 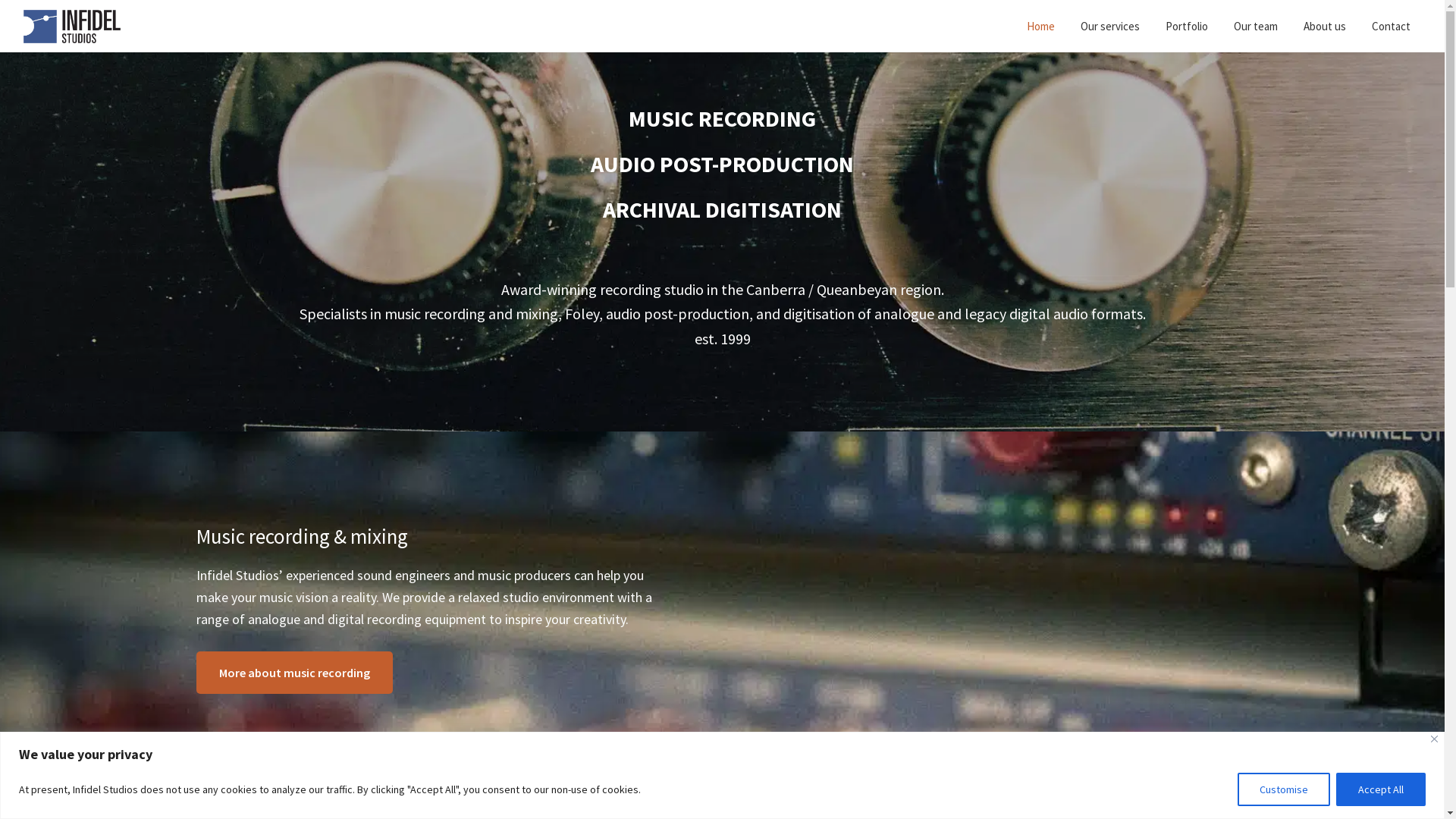 What do you see at coordinates (1110, 26) in the screenshot?
I see `'Our services'` at bounding box center [1110, 26].